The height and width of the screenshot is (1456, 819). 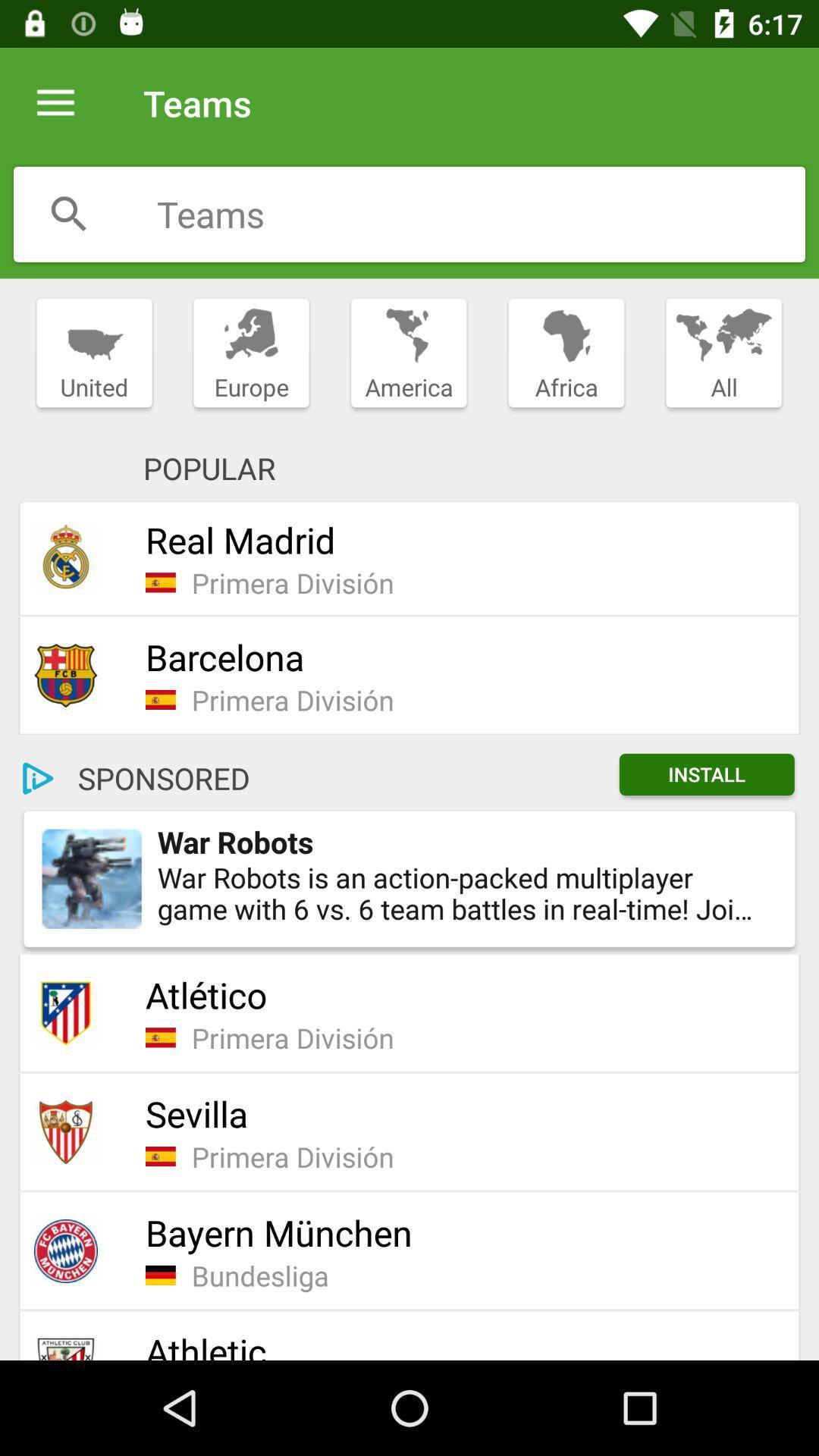 I want to click on search text box, so click(x=481, y=213).